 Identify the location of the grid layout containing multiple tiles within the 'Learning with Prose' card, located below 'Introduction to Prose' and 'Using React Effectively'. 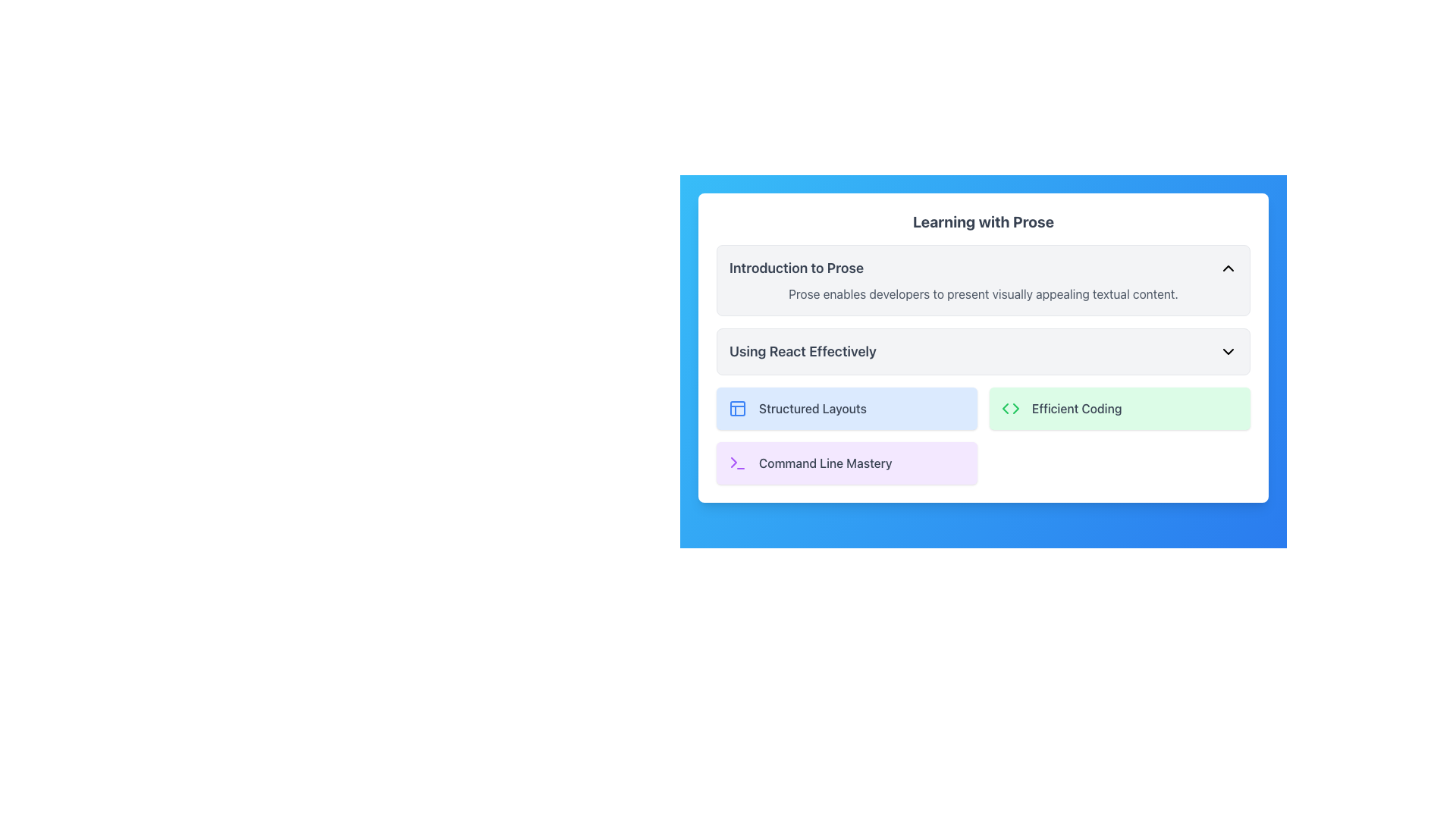
(983, 435).